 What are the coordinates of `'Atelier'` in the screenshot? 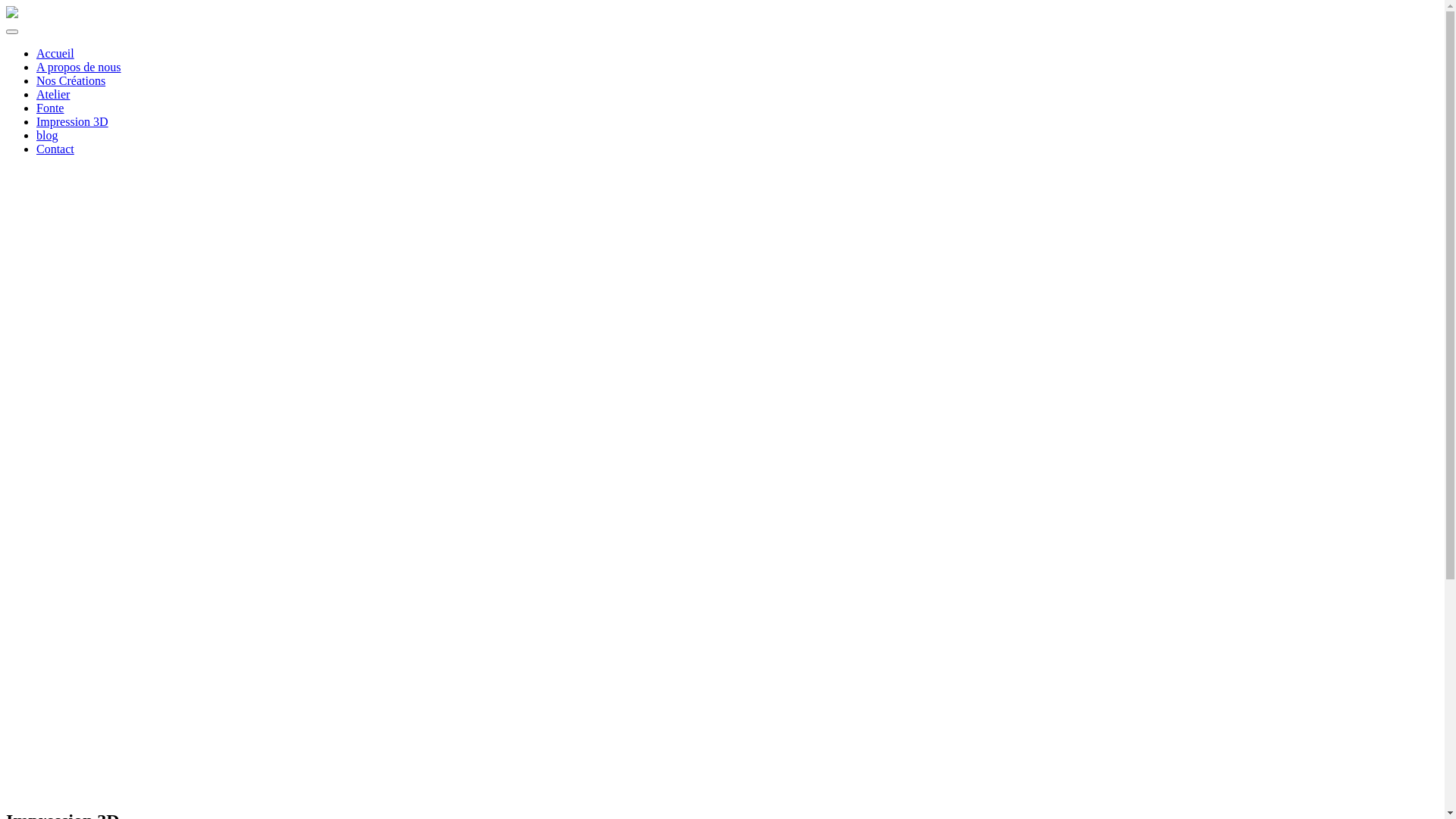 It's located at (53, 94).